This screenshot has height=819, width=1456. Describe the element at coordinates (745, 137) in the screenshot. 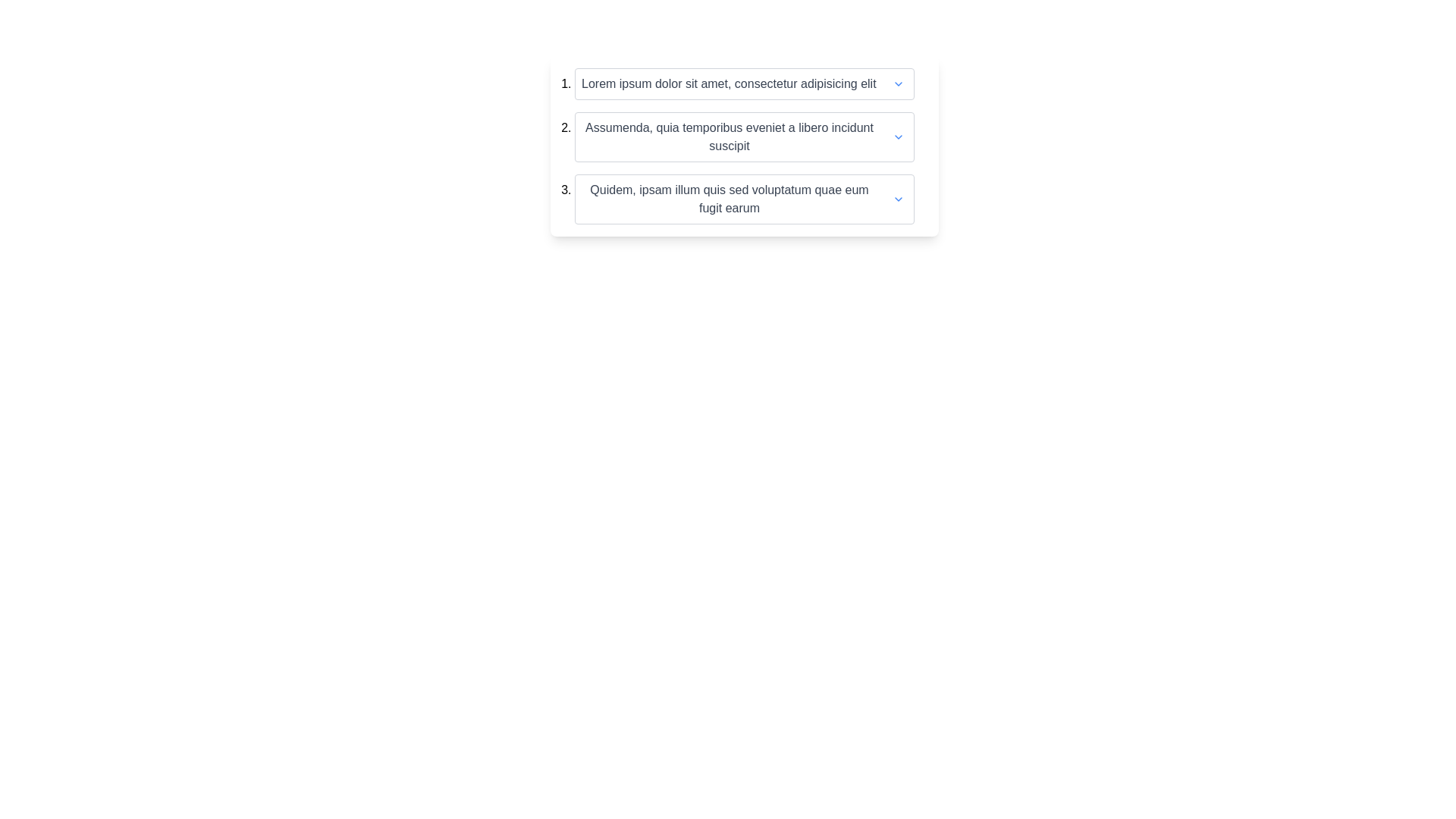

I see `displayed text from the second item in the ordered list, which is a collapsible list item that can be expanded by clicking the arrow icon on the right` at that location.